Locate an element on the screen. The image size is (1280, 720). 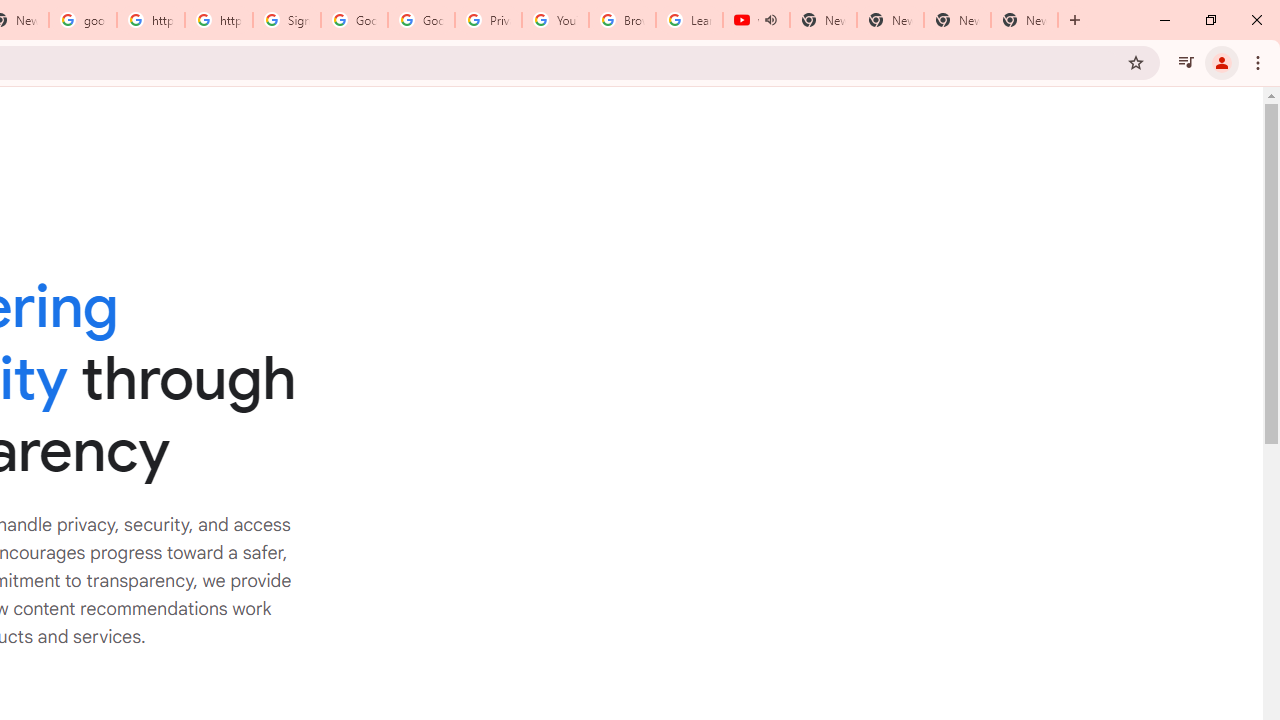
'YouTube' is located at coordinates (555, 20).